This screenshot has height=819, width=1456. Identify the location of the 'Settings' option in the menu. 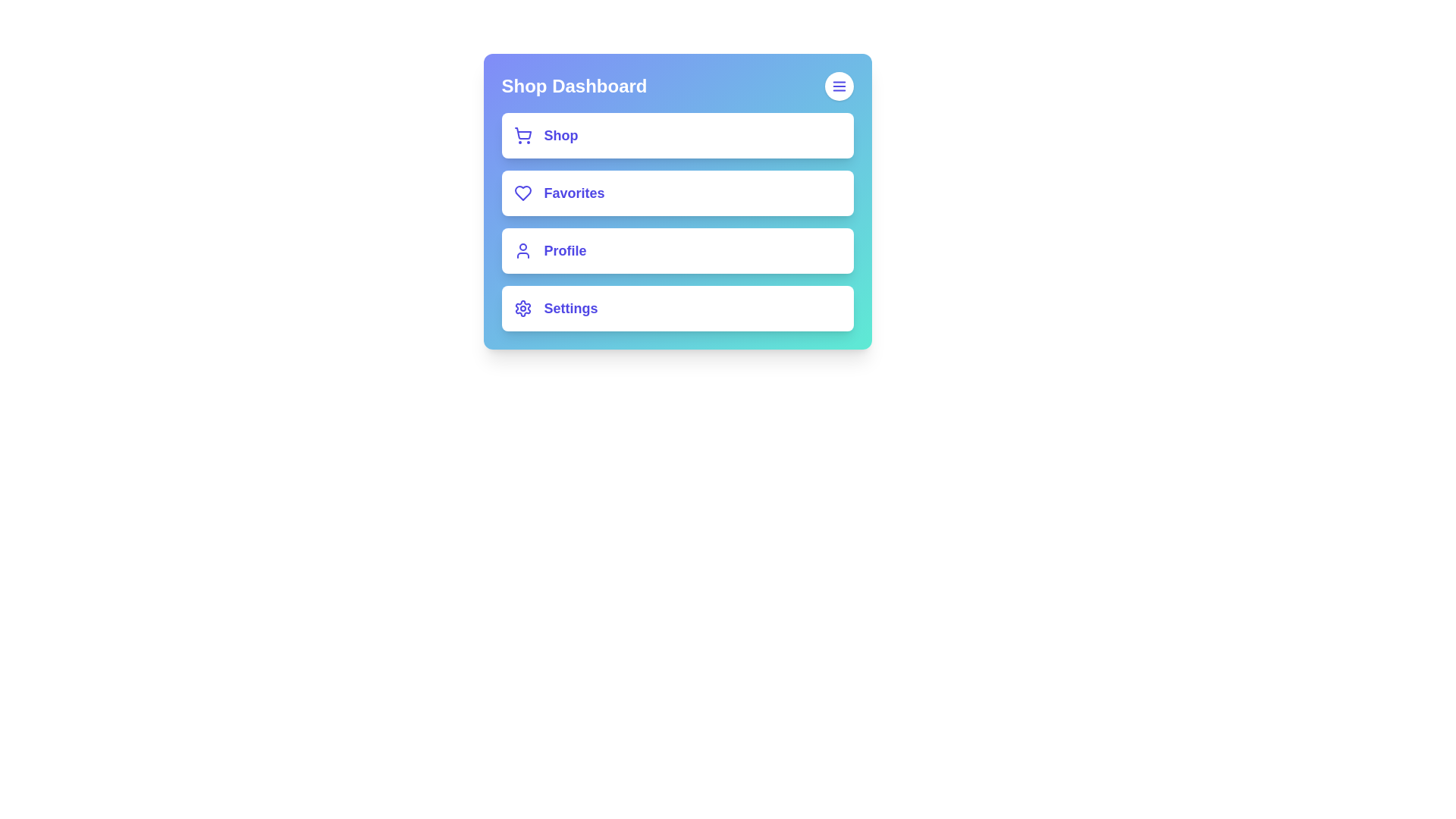
(676, 308).